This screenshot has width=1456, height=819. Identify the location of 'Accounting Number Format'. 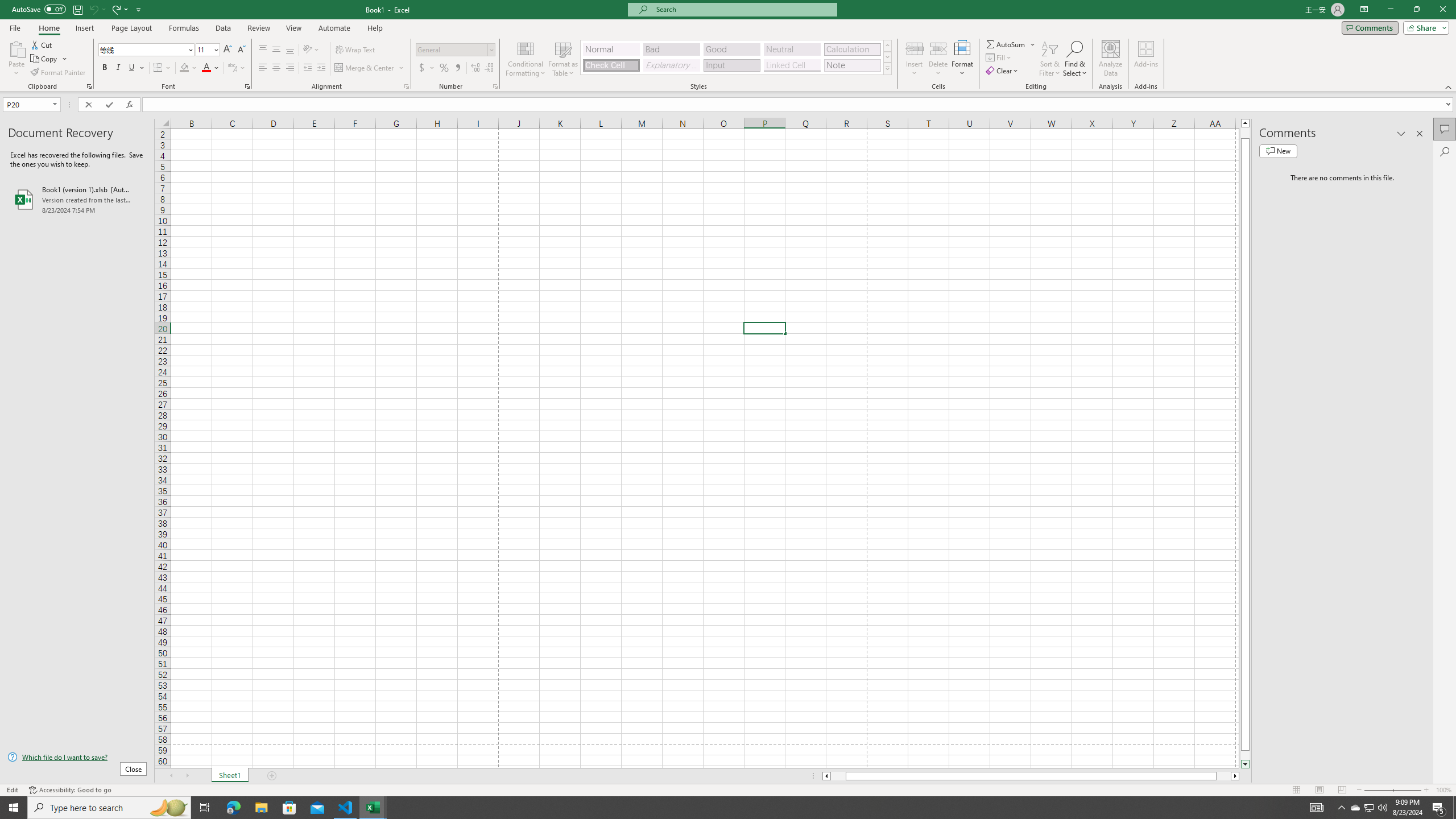
(427, 67).